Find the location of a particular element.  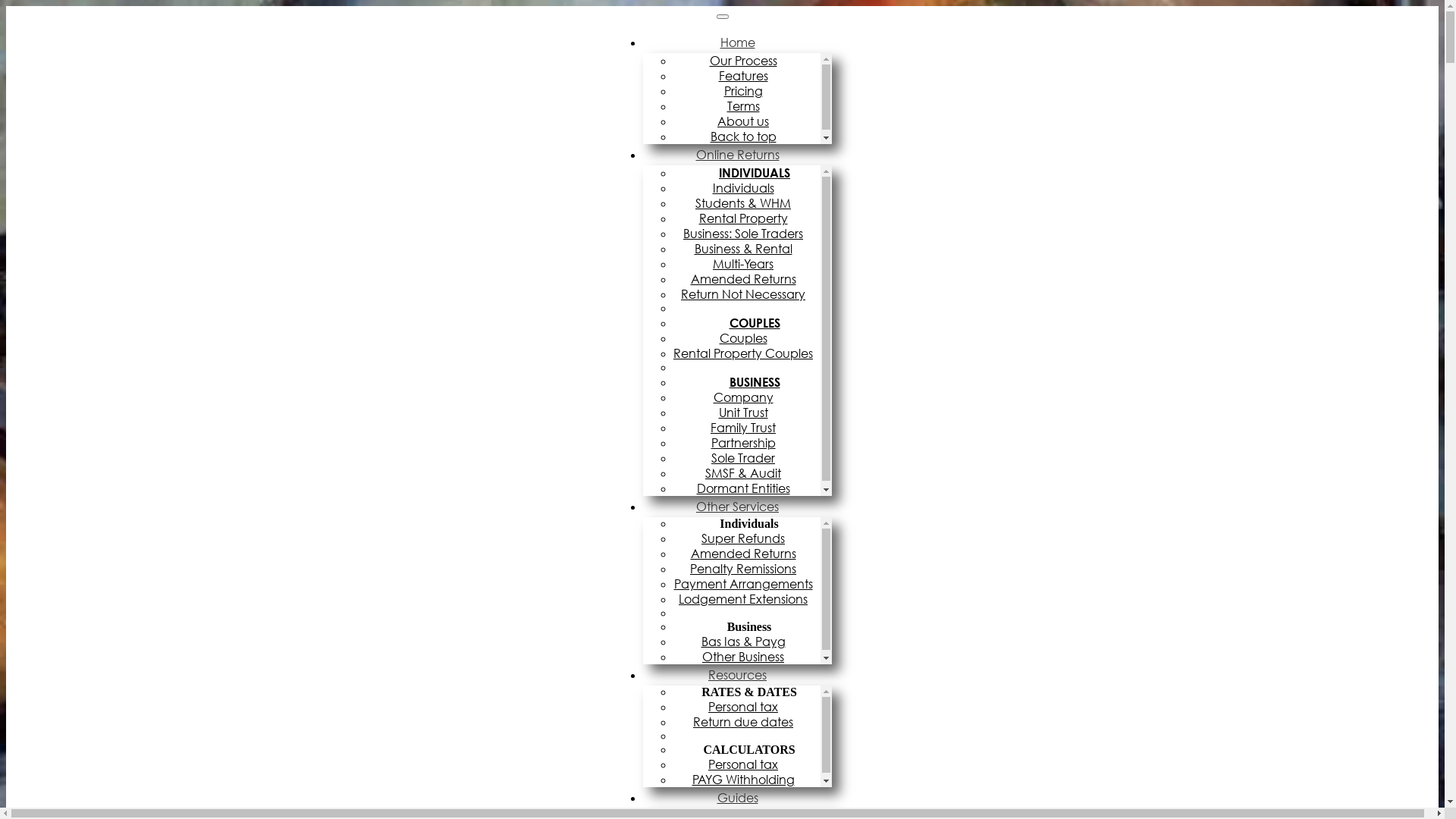

'Terms' is located at coordinates (746, 105).